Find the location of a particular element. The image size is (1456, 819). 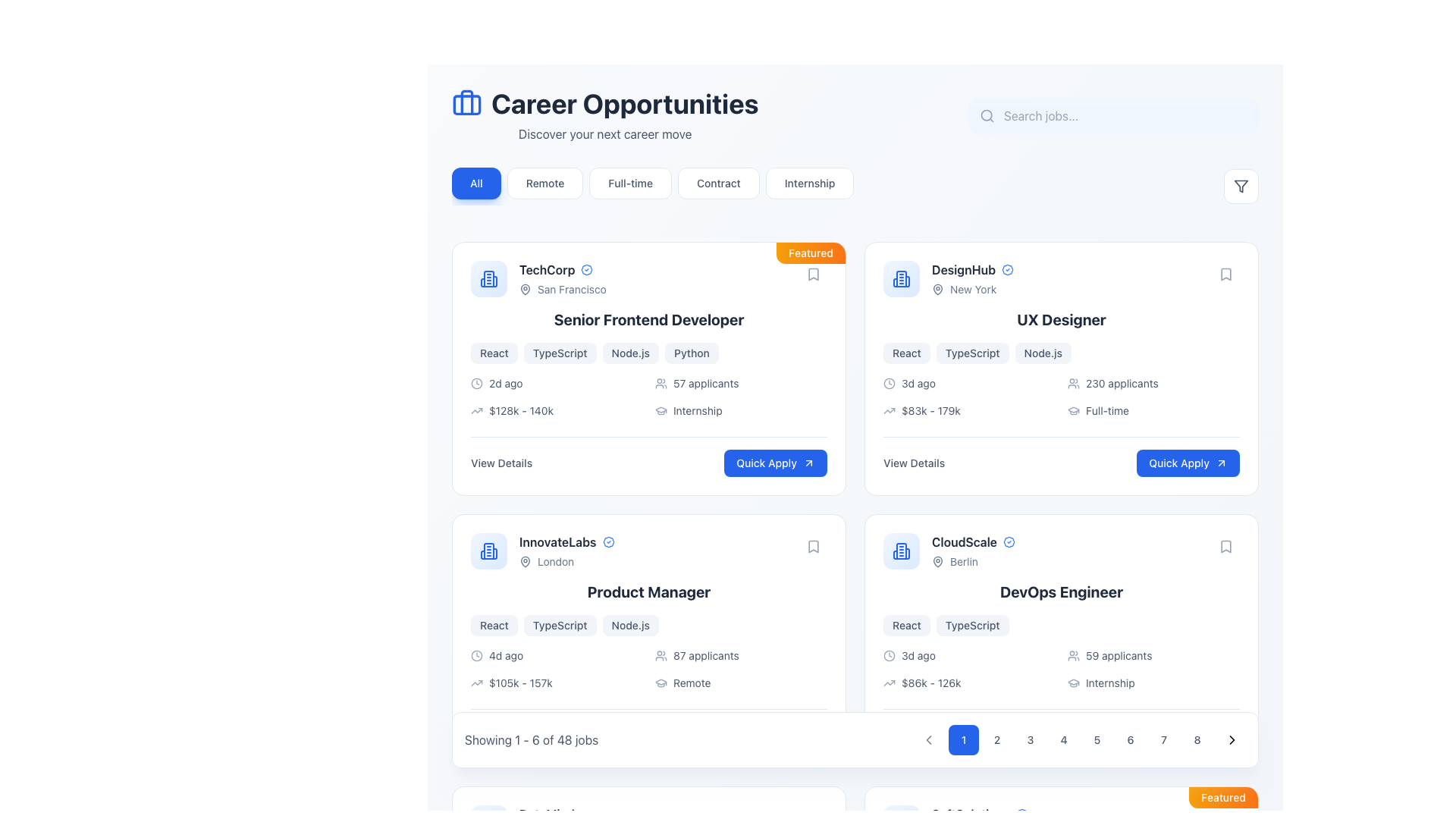

the icon representing professional or career-related content in the 'Career Opportunities' section, which is positioned to the left of the text content is located at coordinates (466, 103).